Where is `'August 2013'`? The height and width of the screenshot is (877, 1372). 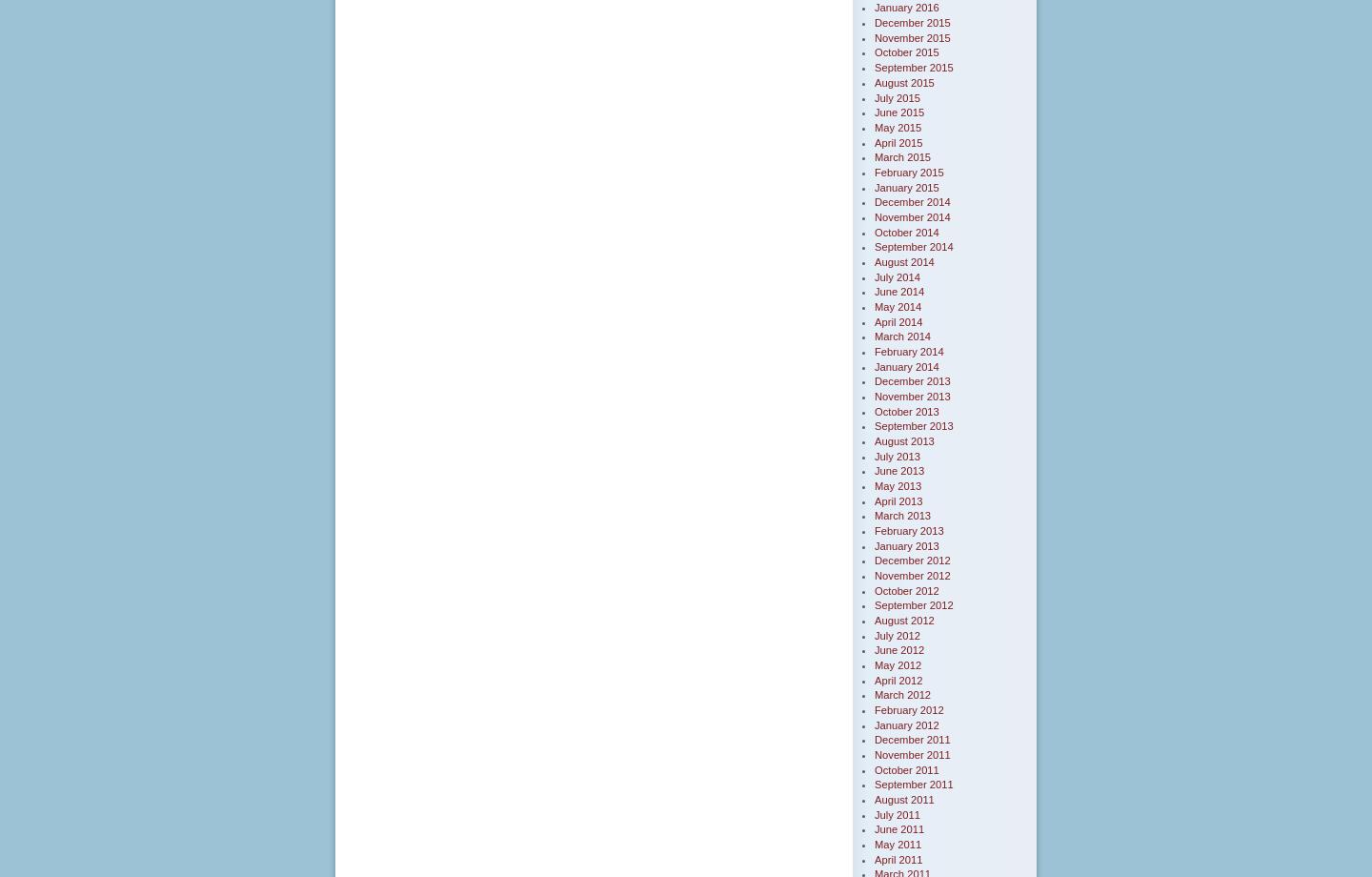 'August 2013' is located at coordinates (903, 440).